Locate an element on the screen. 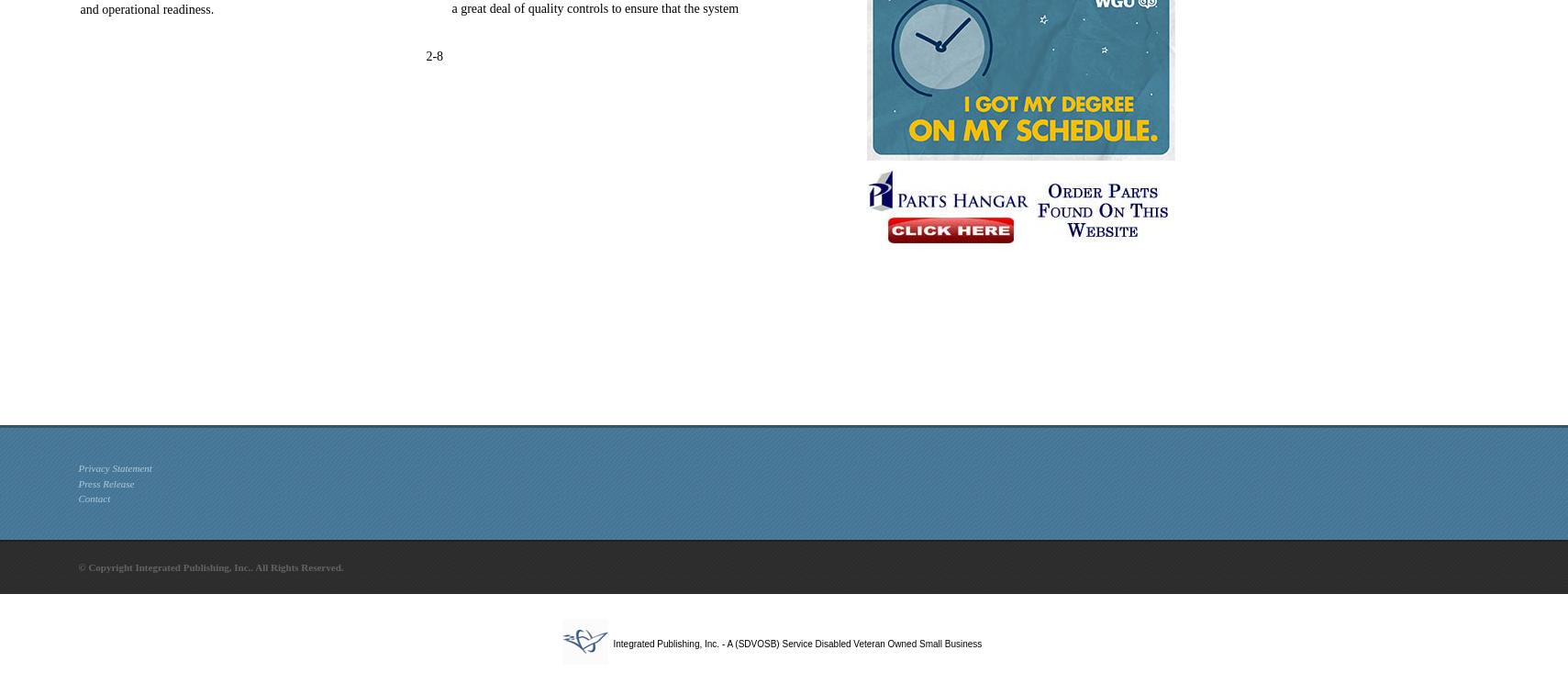 The image size is (1568, 695). 'Privacy Statement' is located at coordinates (113, 467).